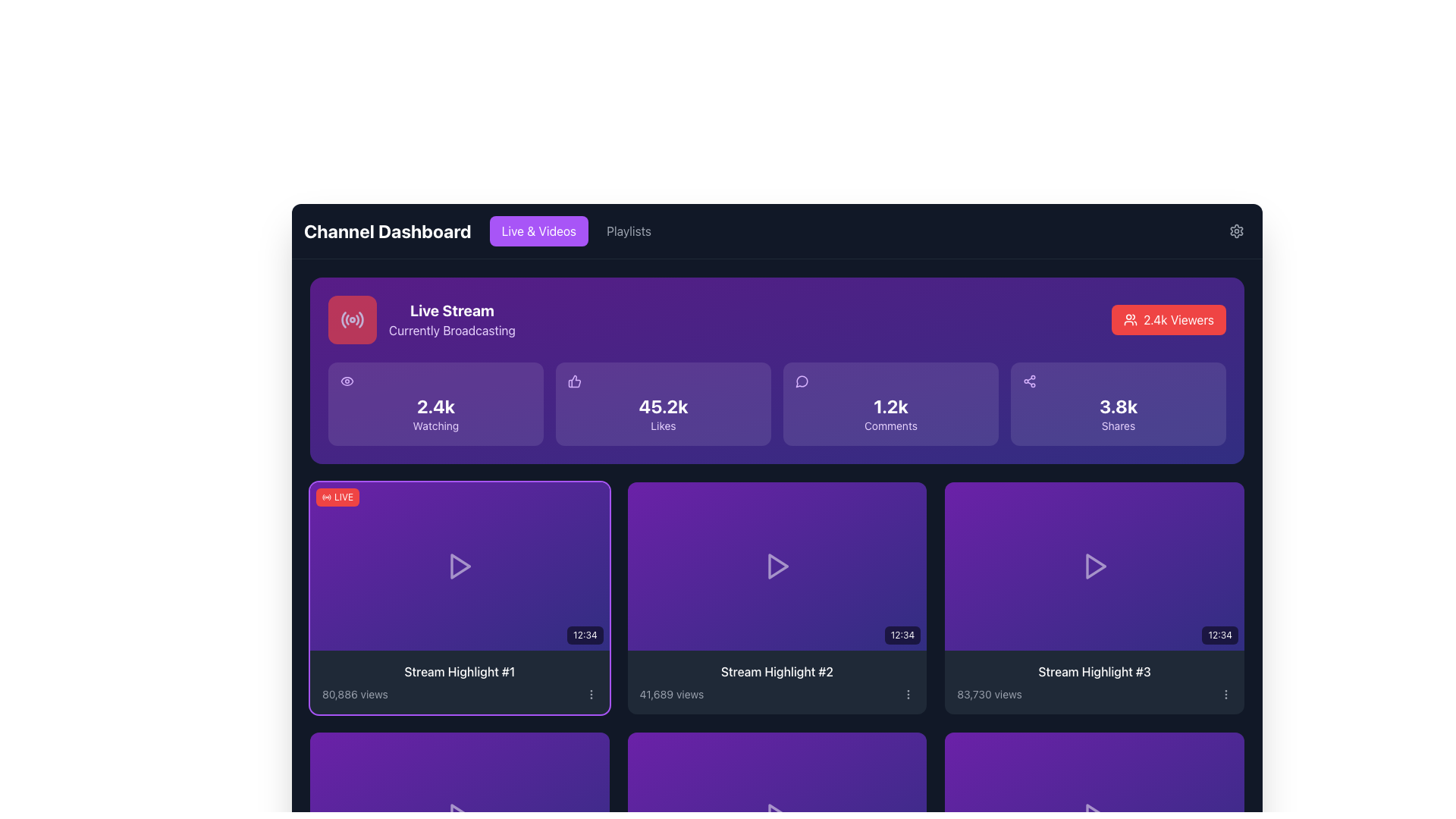  I want to click on the text label that provides descriptive information about a media item, located in the bottom section of a rectangular card in the grid layout, specifically the third card in the second row, so click(1094, 681).